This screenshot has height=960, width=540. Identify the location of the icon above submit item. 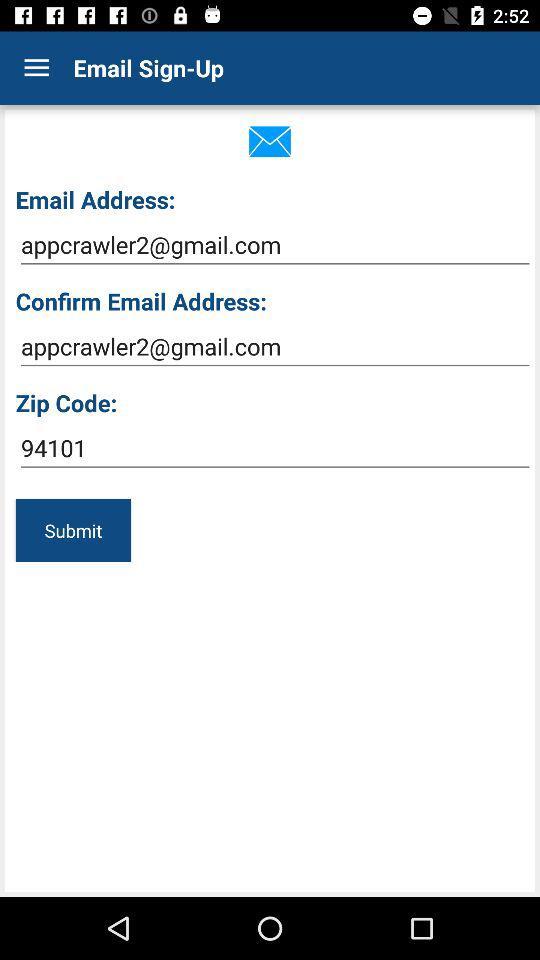
(274, 448).